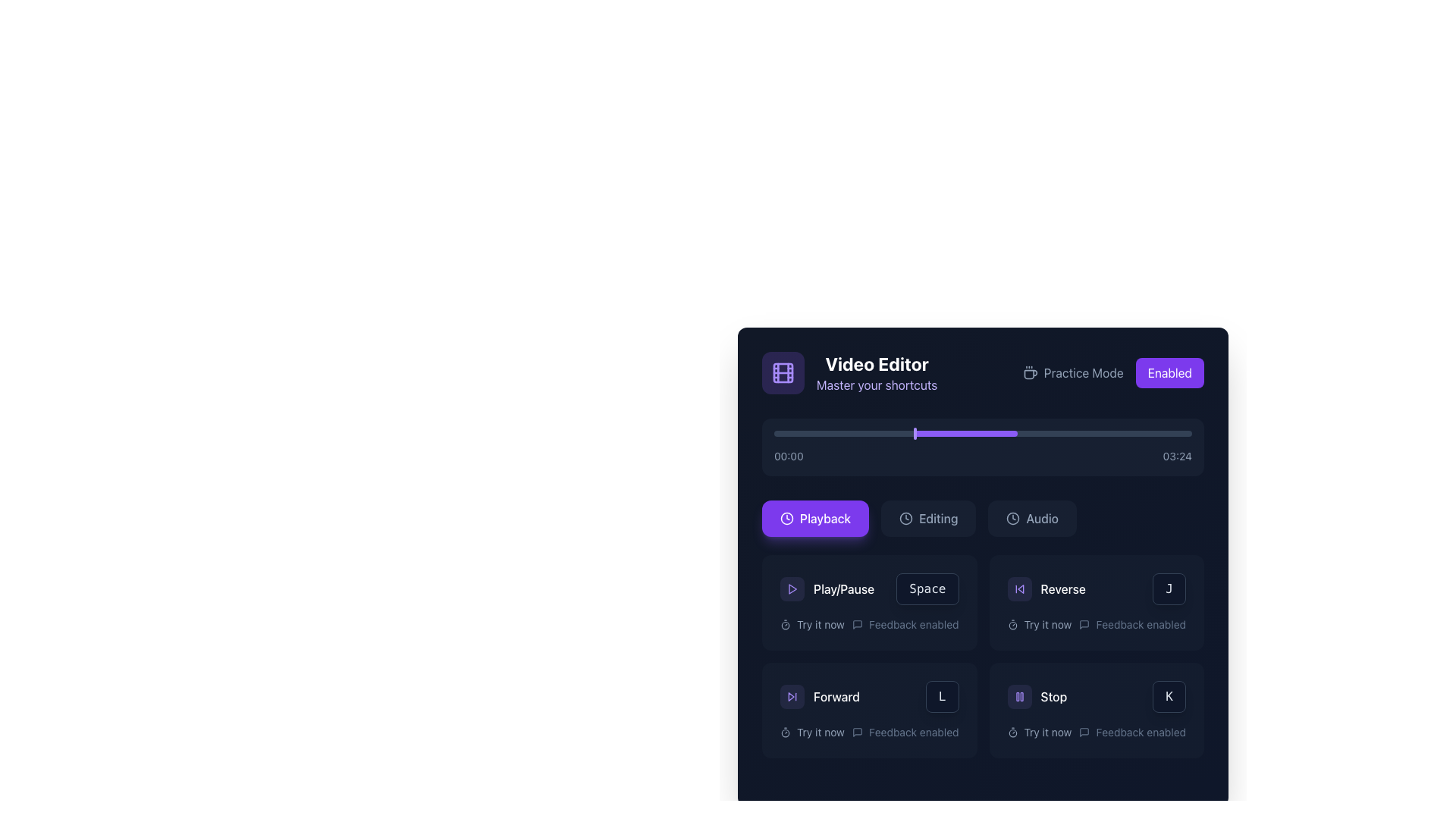 The width and height of the screenshot is (1456, 819). I want to click on the coffee cup icon with three steam lines, which is located in the toolbar to the left of the 'Practice Mode' text, so click(1030, 373).